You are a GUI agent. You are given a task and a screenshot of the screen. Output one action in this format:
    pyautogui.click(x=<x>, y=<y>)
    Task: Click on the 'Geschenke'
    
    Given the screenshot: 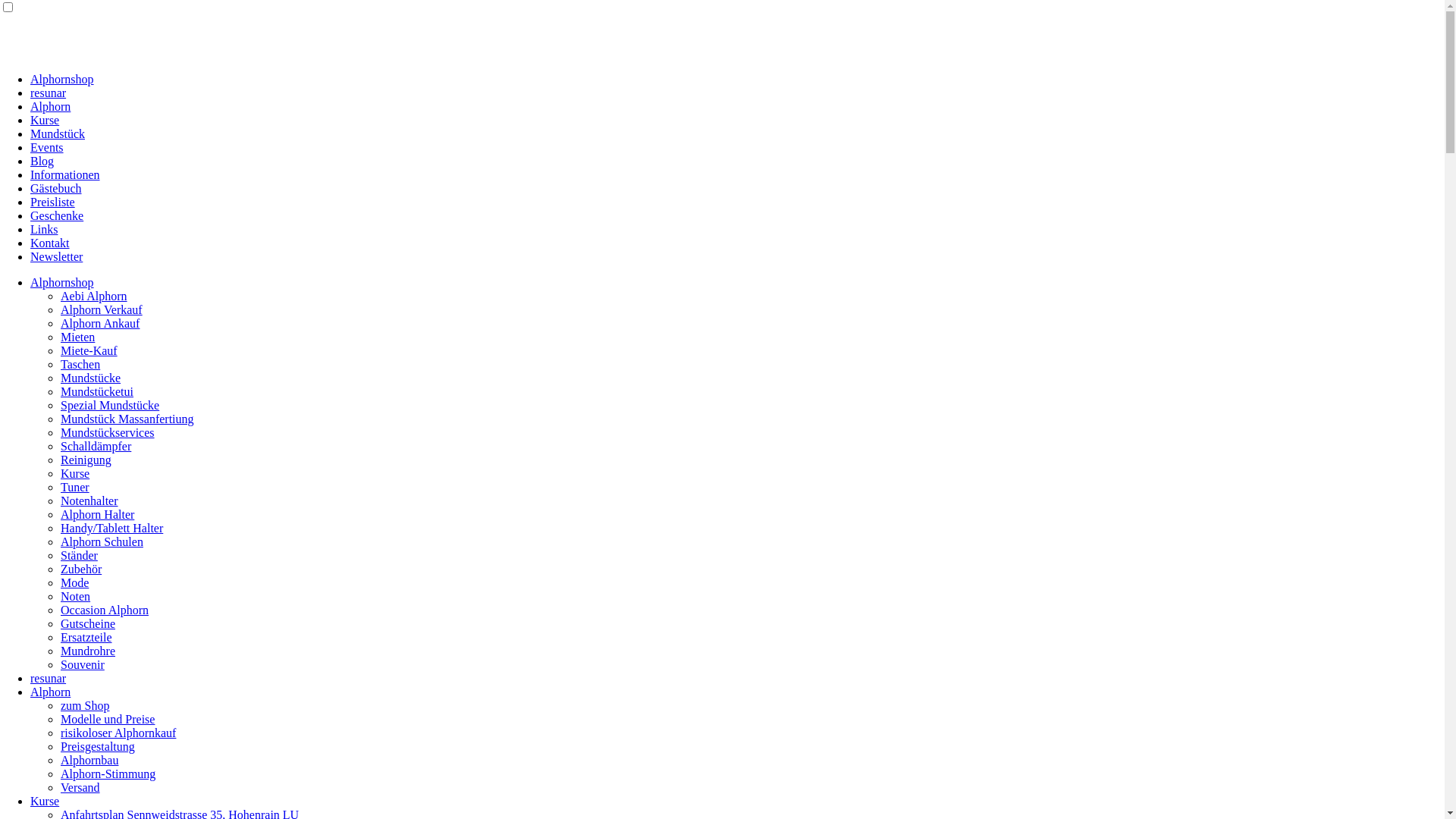 What is the action you would take?
    pyautogui.click(x=57, y=215)
    